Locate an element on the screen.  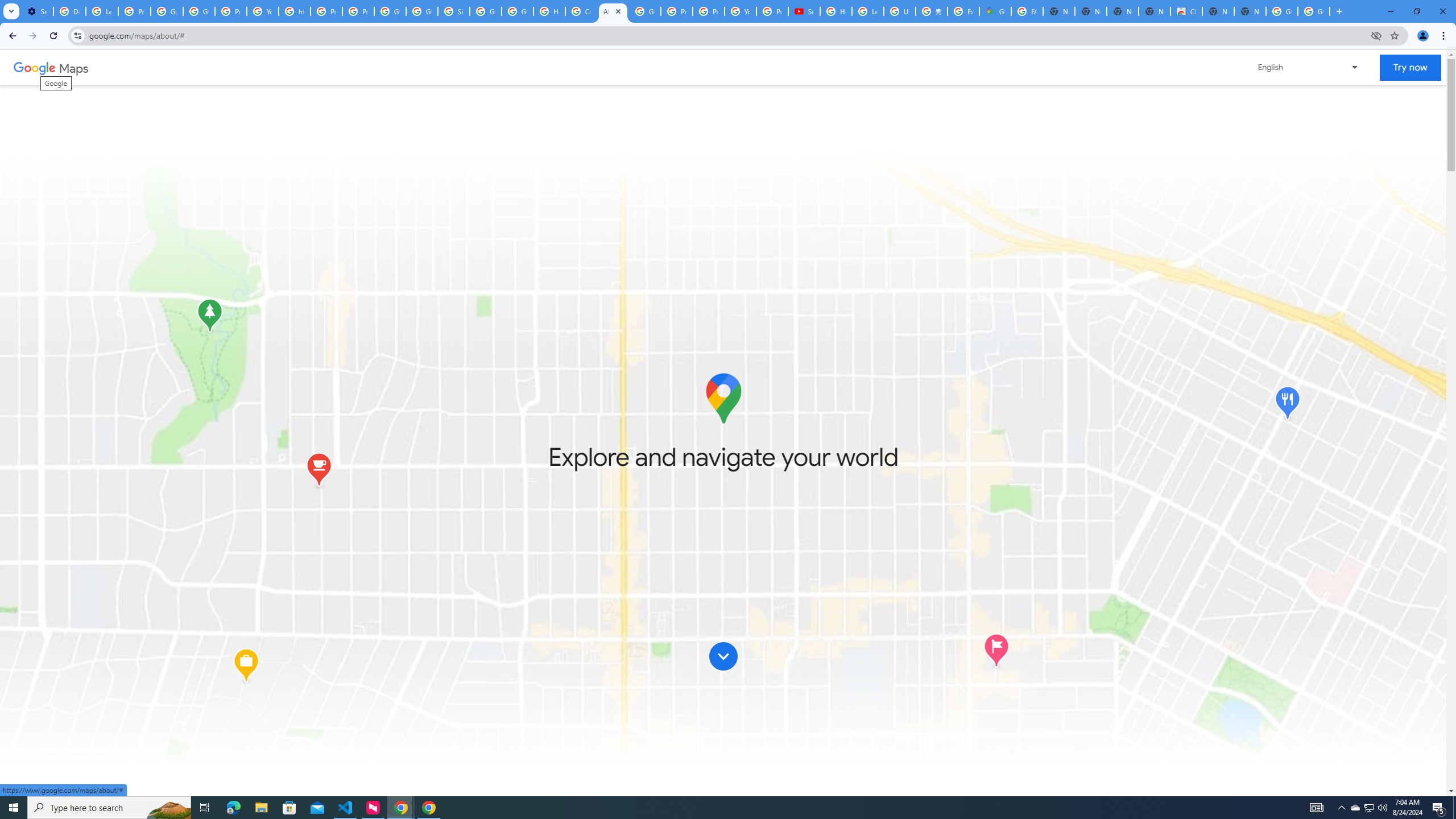
'Third-party cookies blocked' is located at coordinates (1376, 35).